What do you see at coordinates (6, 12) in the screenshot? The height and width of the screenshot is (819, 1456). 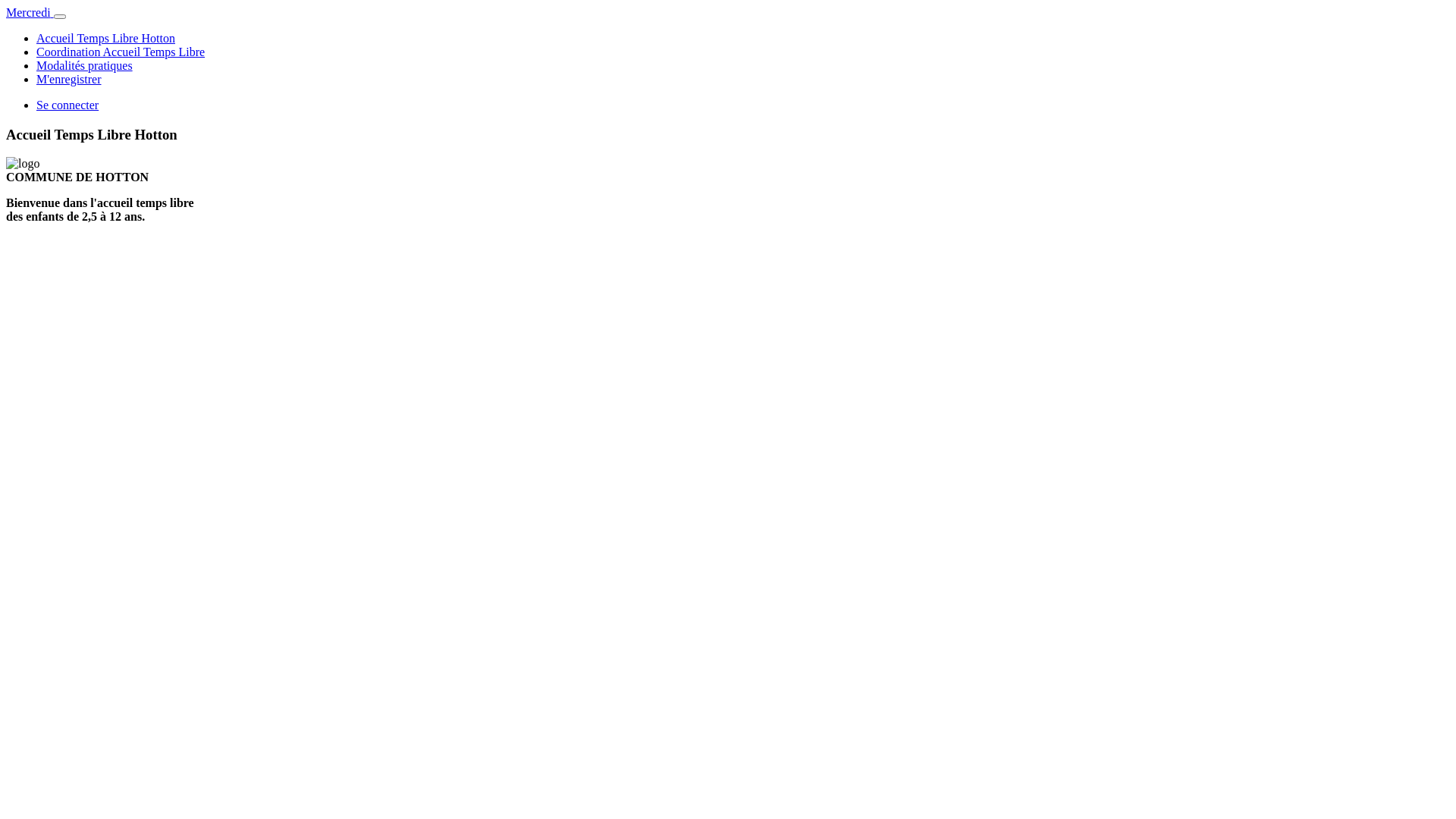 I see `'Mercredi'` at bounding box center [6, 12].